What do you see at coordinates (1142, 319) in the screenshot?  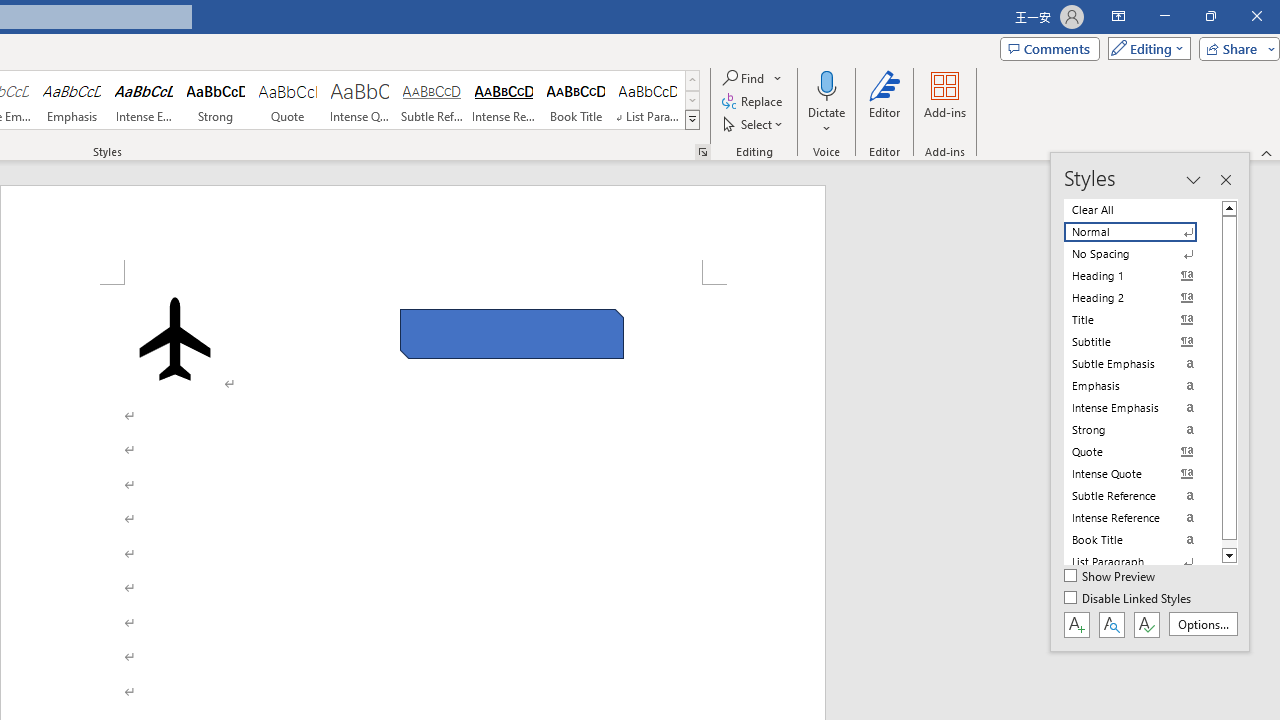 I see `'Title'` at bounding box center [1142, 319].